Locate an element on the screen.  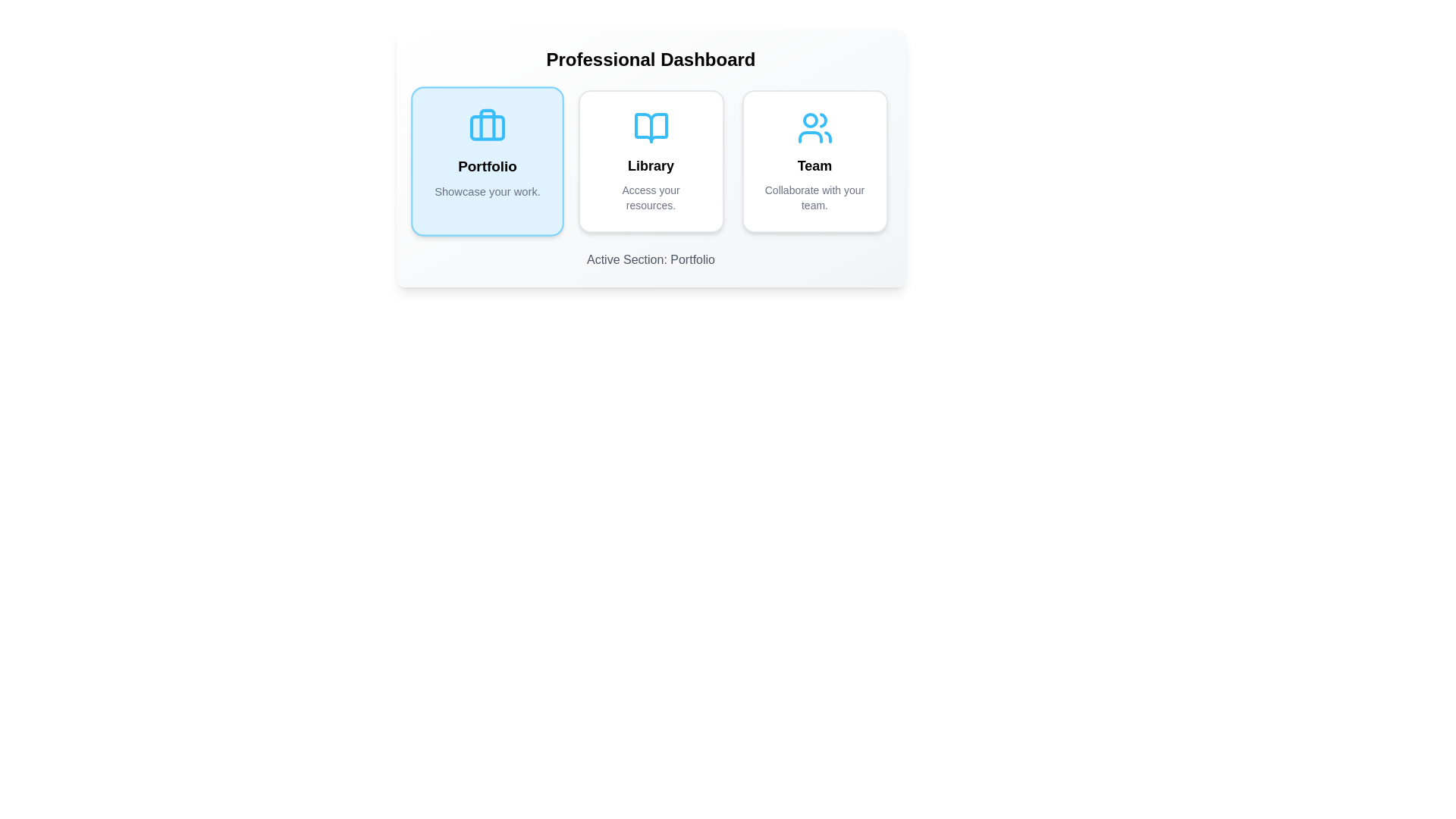
the Library card to select it is located at coordinates (651, 161).